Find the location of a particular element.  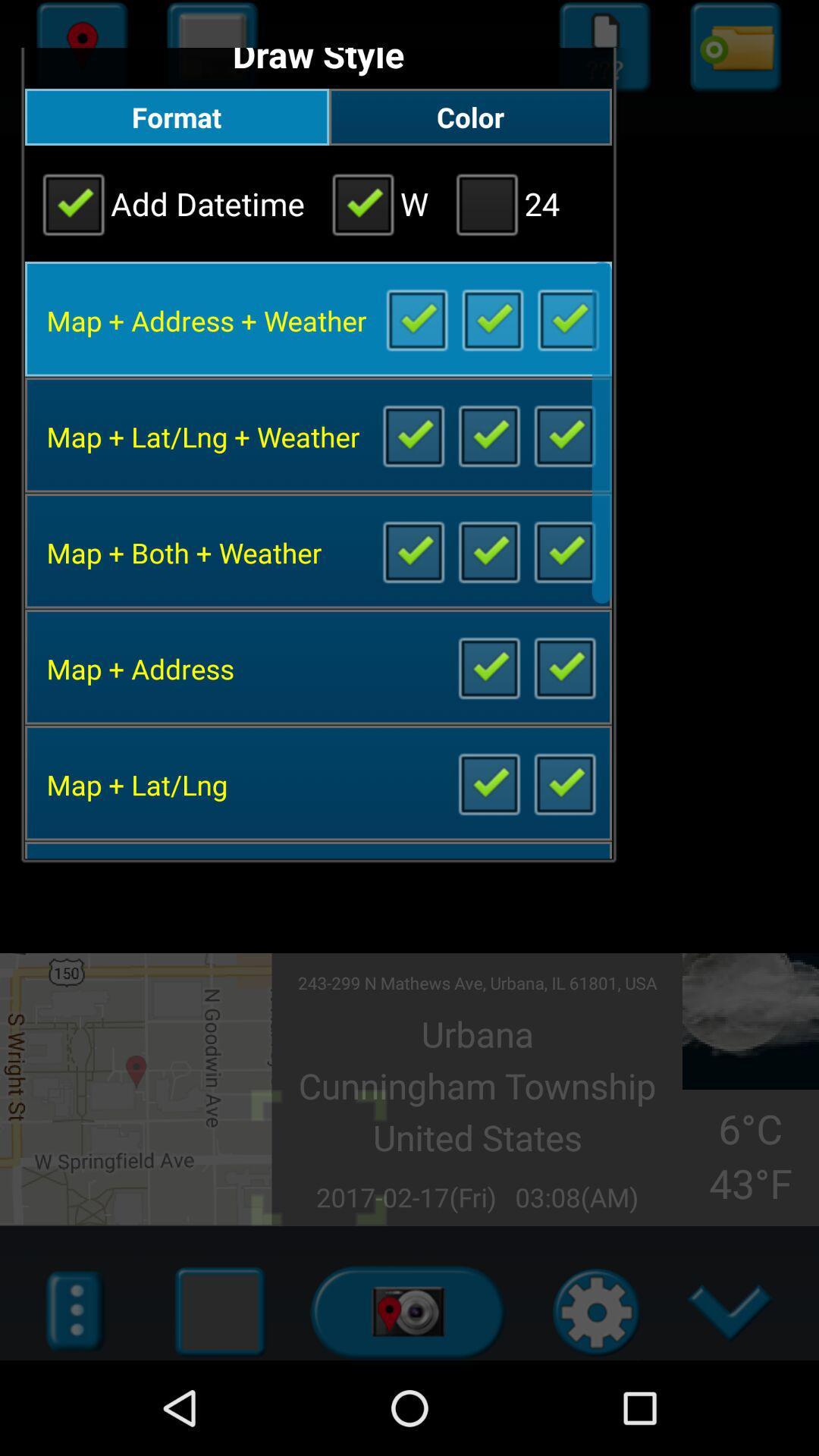

map+lat/lan+weather is located at coordinates (488, 434).